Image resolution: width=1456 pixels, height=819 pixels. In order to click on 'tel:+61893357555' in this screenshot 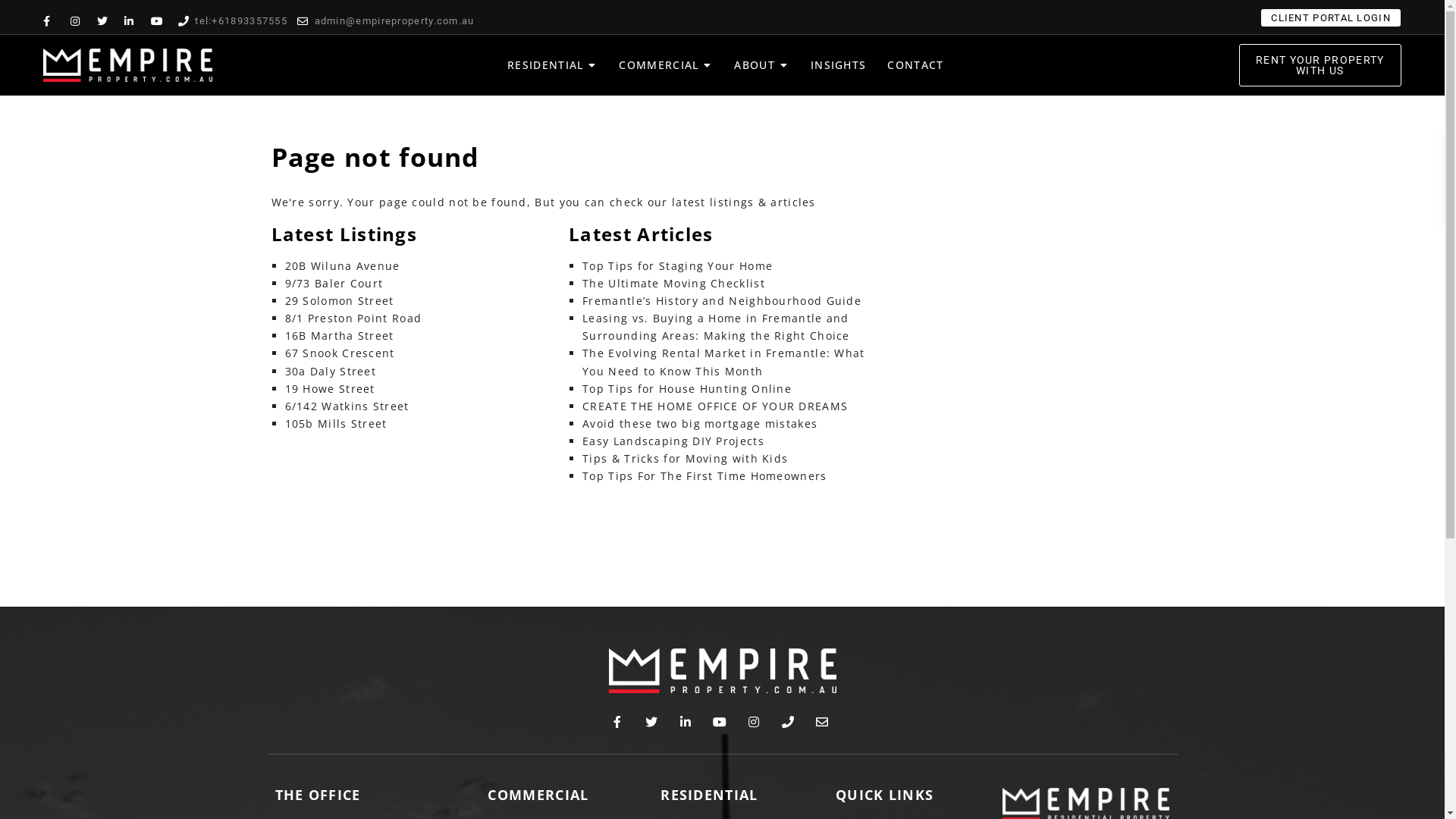, I will do `click(232, 20)`.